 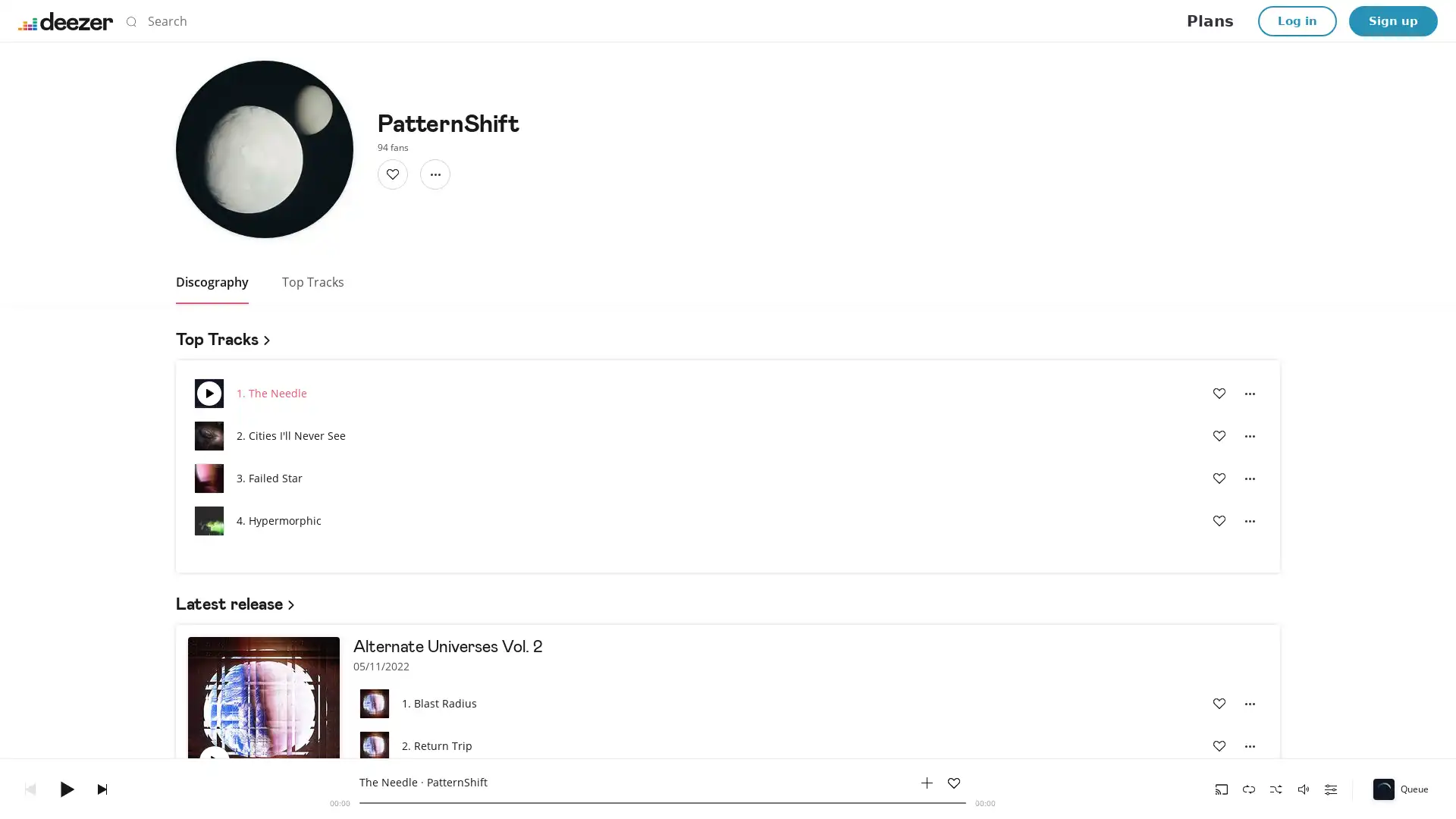 I want to click on Play Hypermorphic by PatternShift, so click(x=208, y=519).